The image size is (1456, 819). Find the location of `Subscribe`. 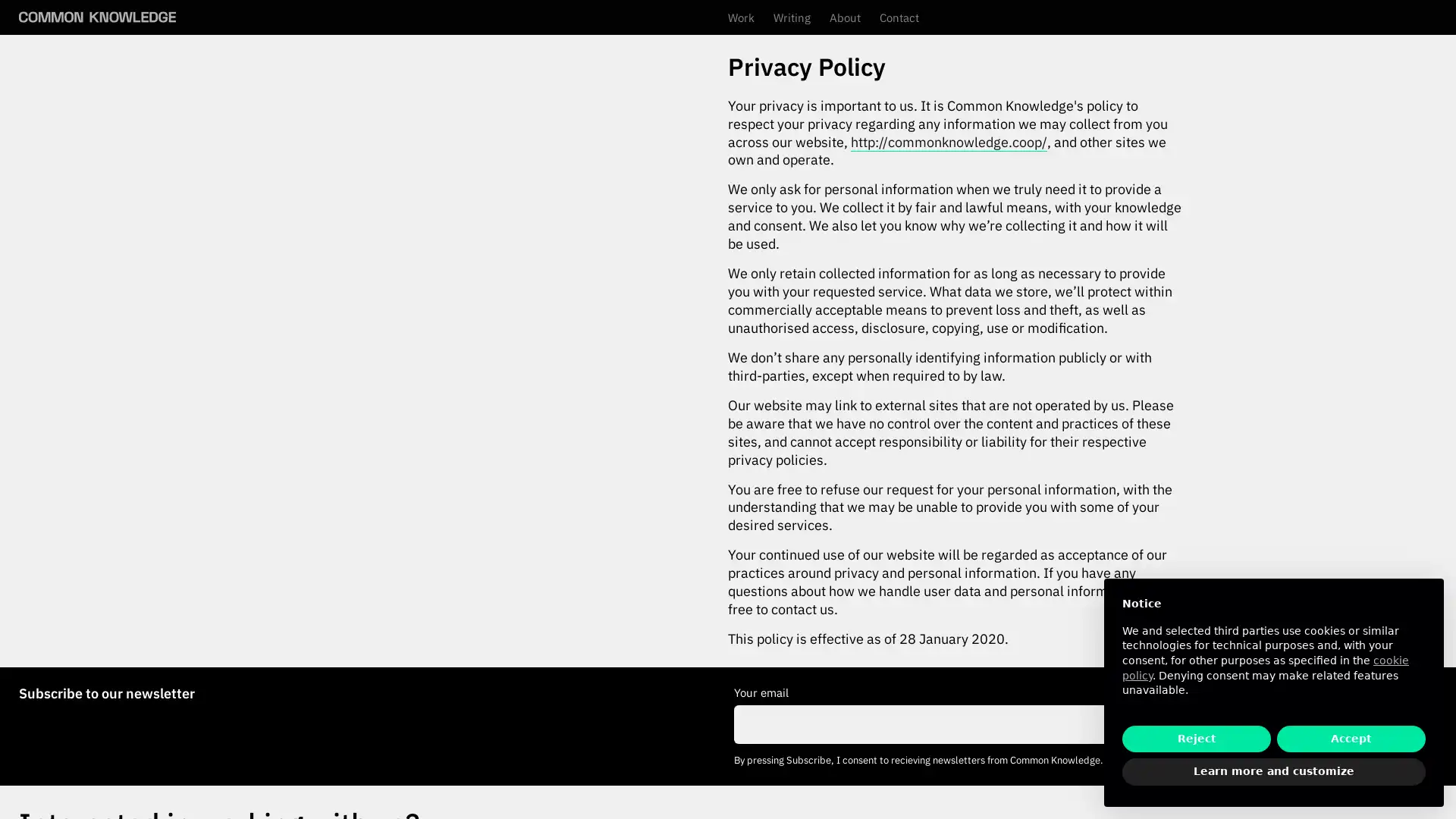

Subscribe is located at coordinates (1391, 723).